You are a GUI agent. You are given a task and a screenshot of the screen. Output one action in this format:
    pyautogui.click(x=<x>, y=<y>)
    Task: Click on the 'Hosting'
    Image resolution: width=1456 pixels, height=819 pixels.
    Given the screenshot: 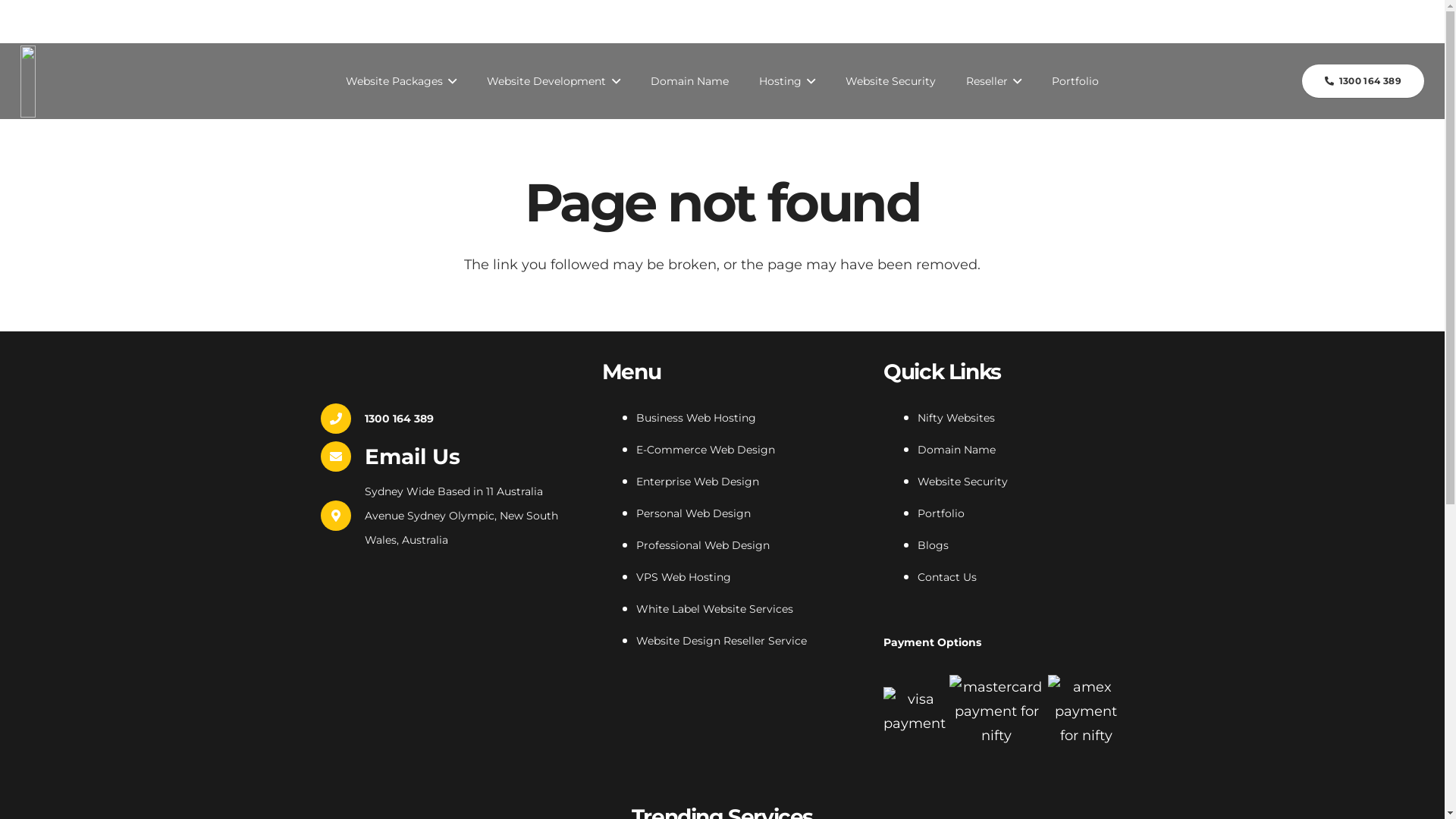 What is the action you would take?
    pyautogui.click(x=786, y=81)
    